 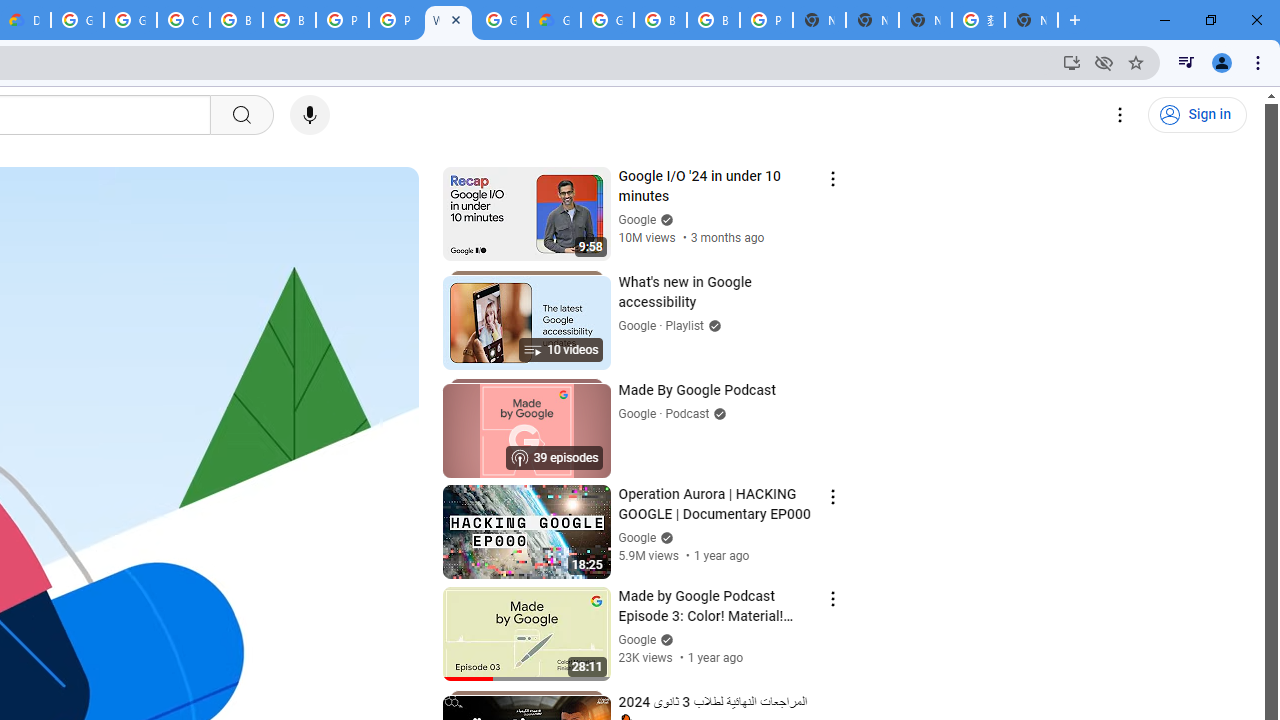 What do you see at coordinates (308, 115) in the screenshot?
I see `'Search with your voice'` at bounding box center [308, 115].